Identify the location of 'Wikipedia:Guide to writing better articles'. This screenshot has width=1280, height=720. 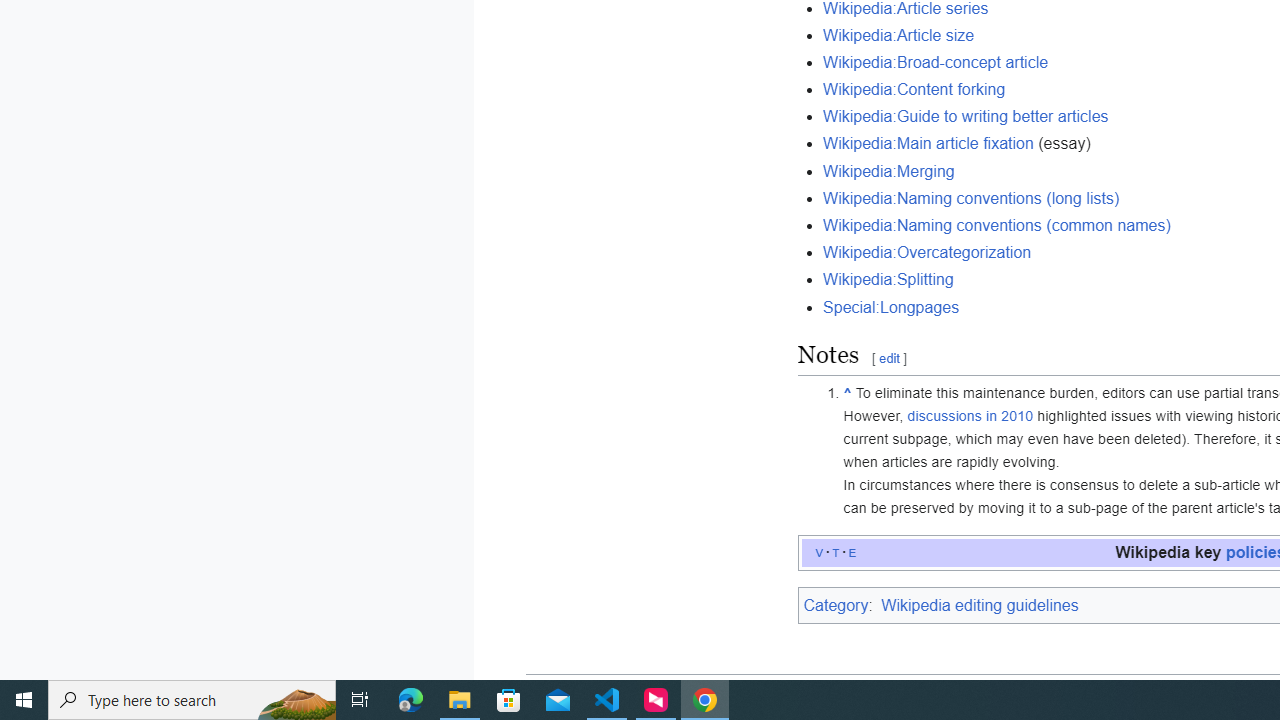
(965, 117).